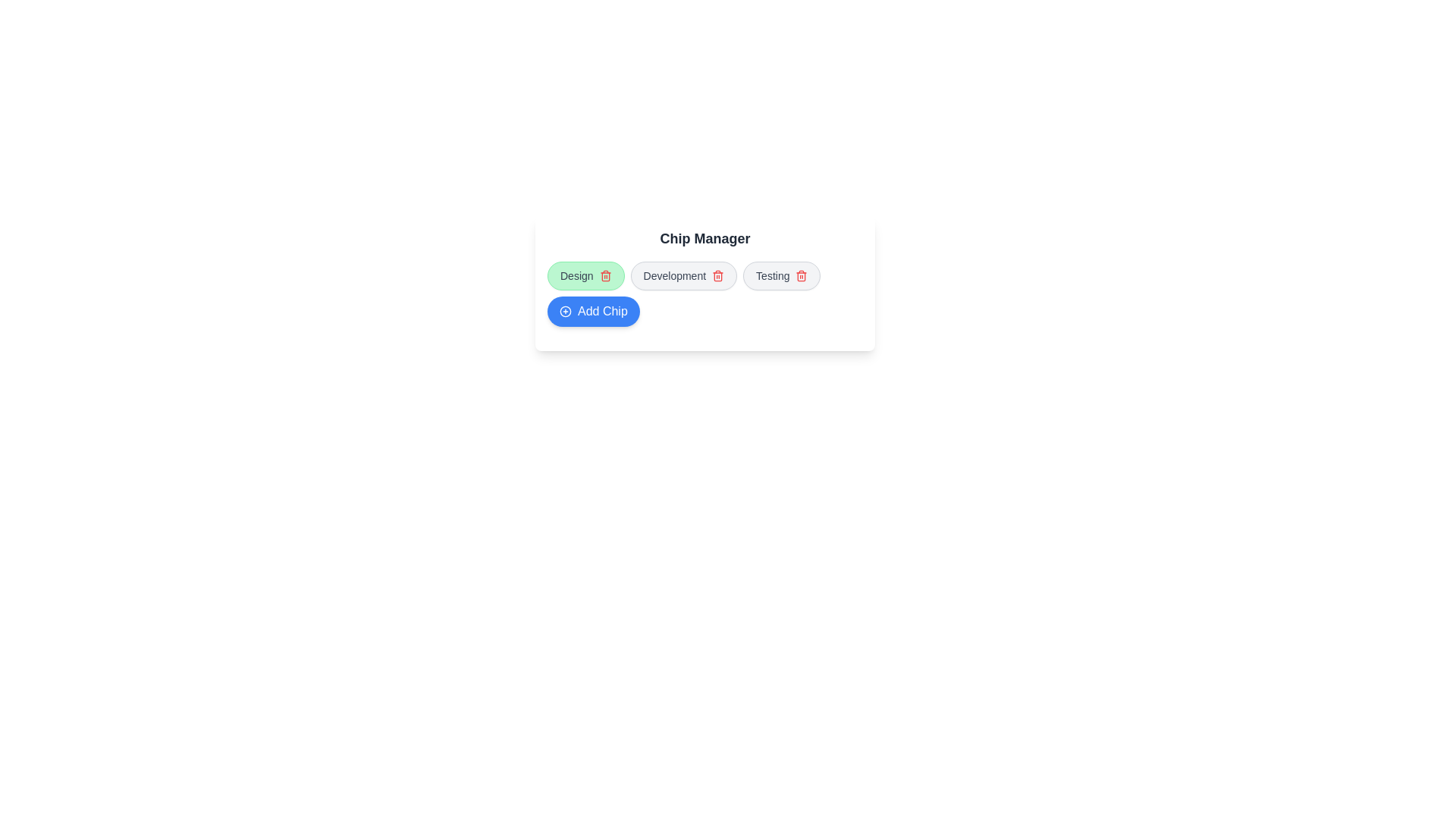 This screenshot has height=819, width=1456. Describe the element at coordinates (782, 275) in the screenshot. I see `the chip labeled Testing to toggle its active state` at that location.